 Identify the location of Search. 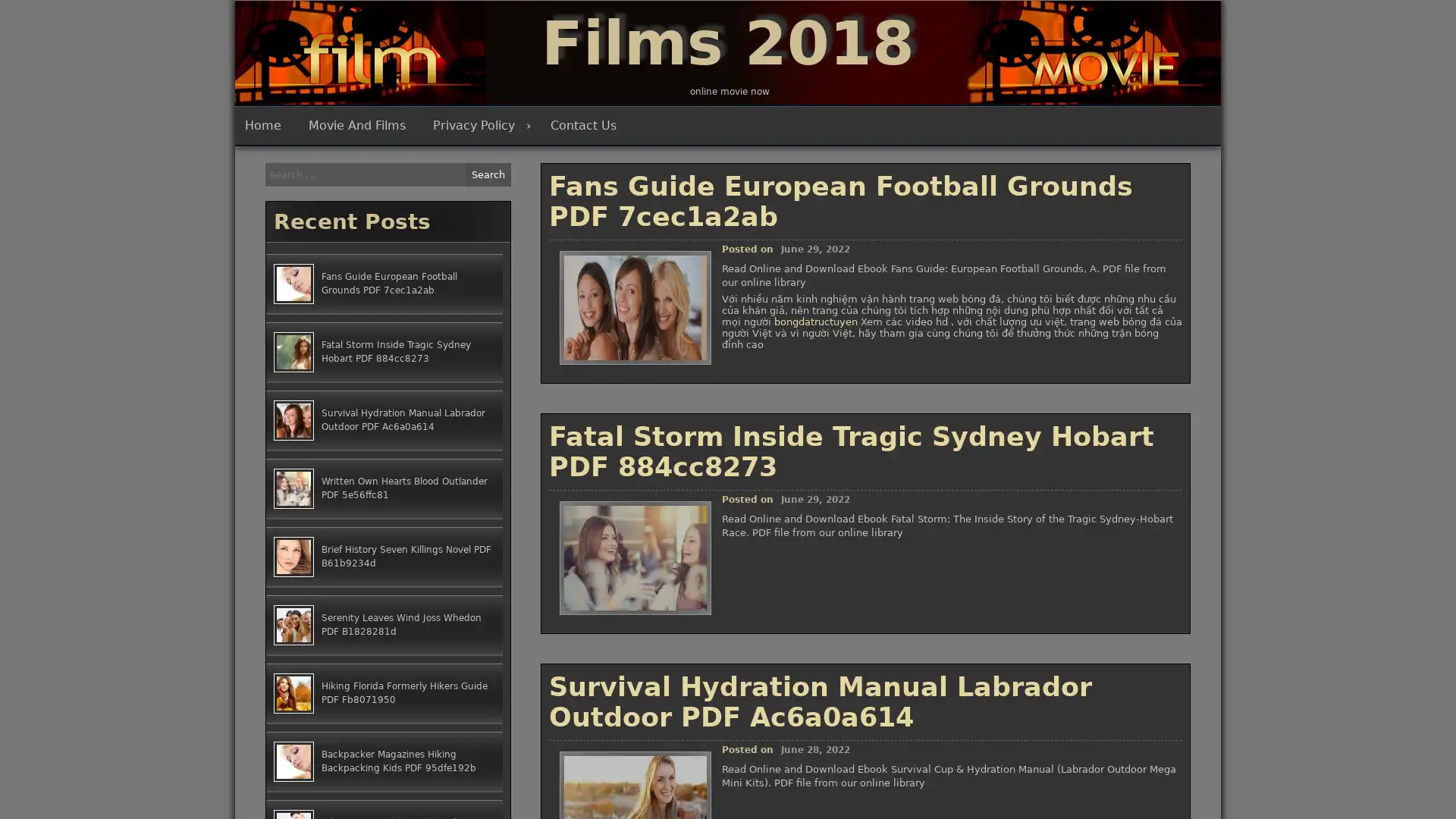
(488, 174).